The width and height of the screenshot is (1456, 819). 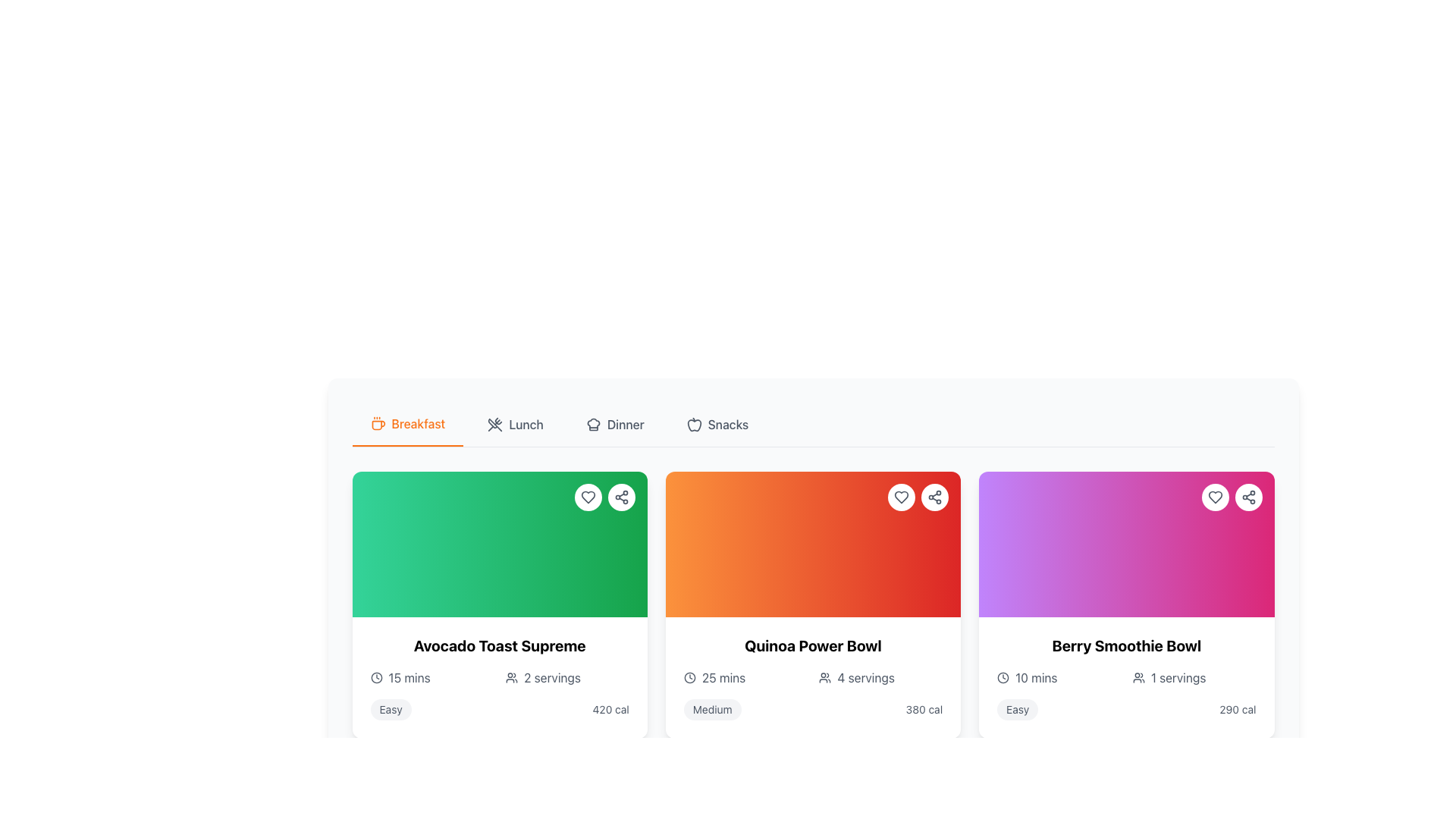 I want to click on the heart icon in the top right corner of the purple card in the third column of the grid layout to 'like' or 'favorite', so click(x=1215, y=497).